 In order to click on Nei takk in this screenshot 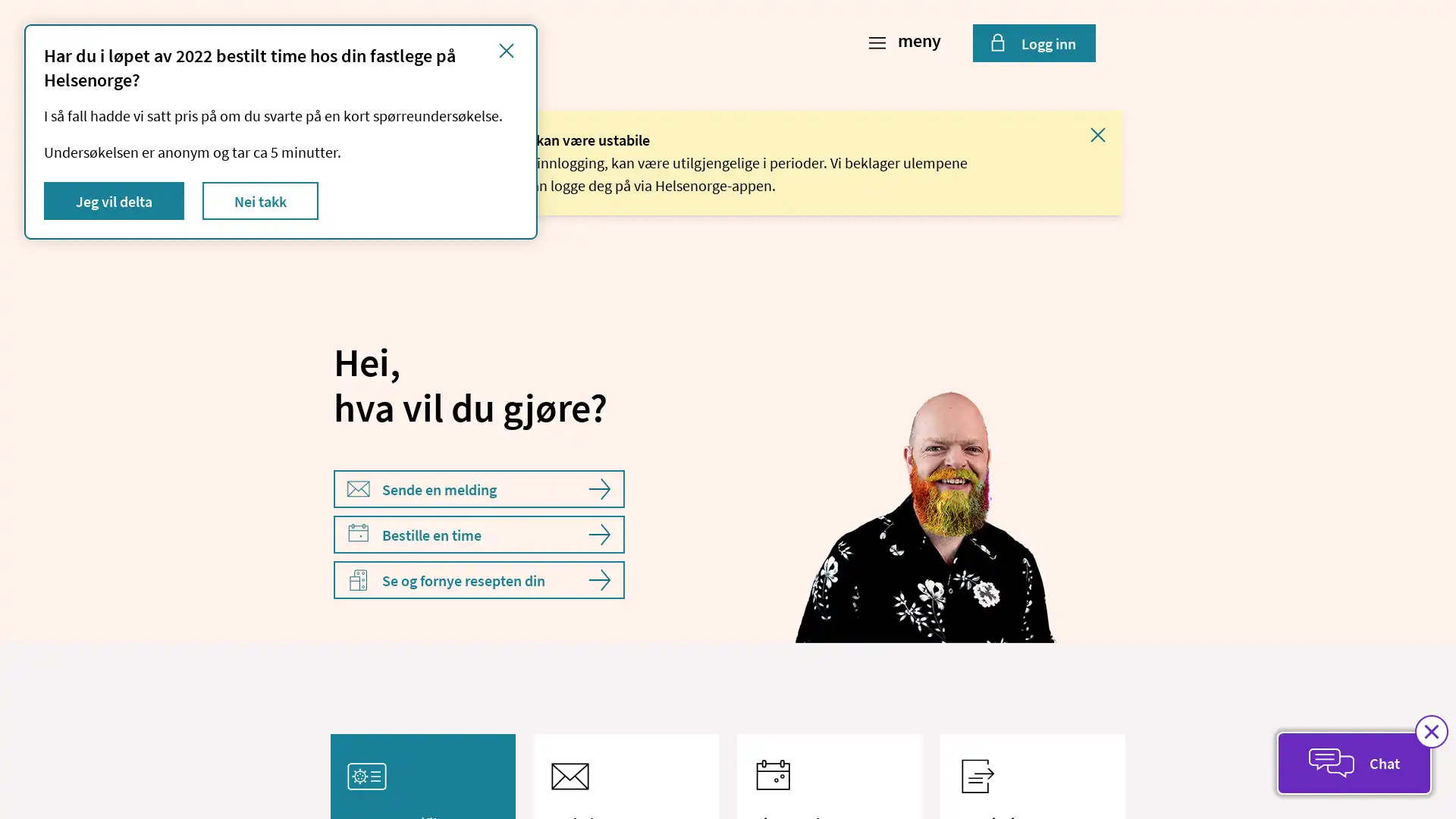, I will do `click(260, 200)`.